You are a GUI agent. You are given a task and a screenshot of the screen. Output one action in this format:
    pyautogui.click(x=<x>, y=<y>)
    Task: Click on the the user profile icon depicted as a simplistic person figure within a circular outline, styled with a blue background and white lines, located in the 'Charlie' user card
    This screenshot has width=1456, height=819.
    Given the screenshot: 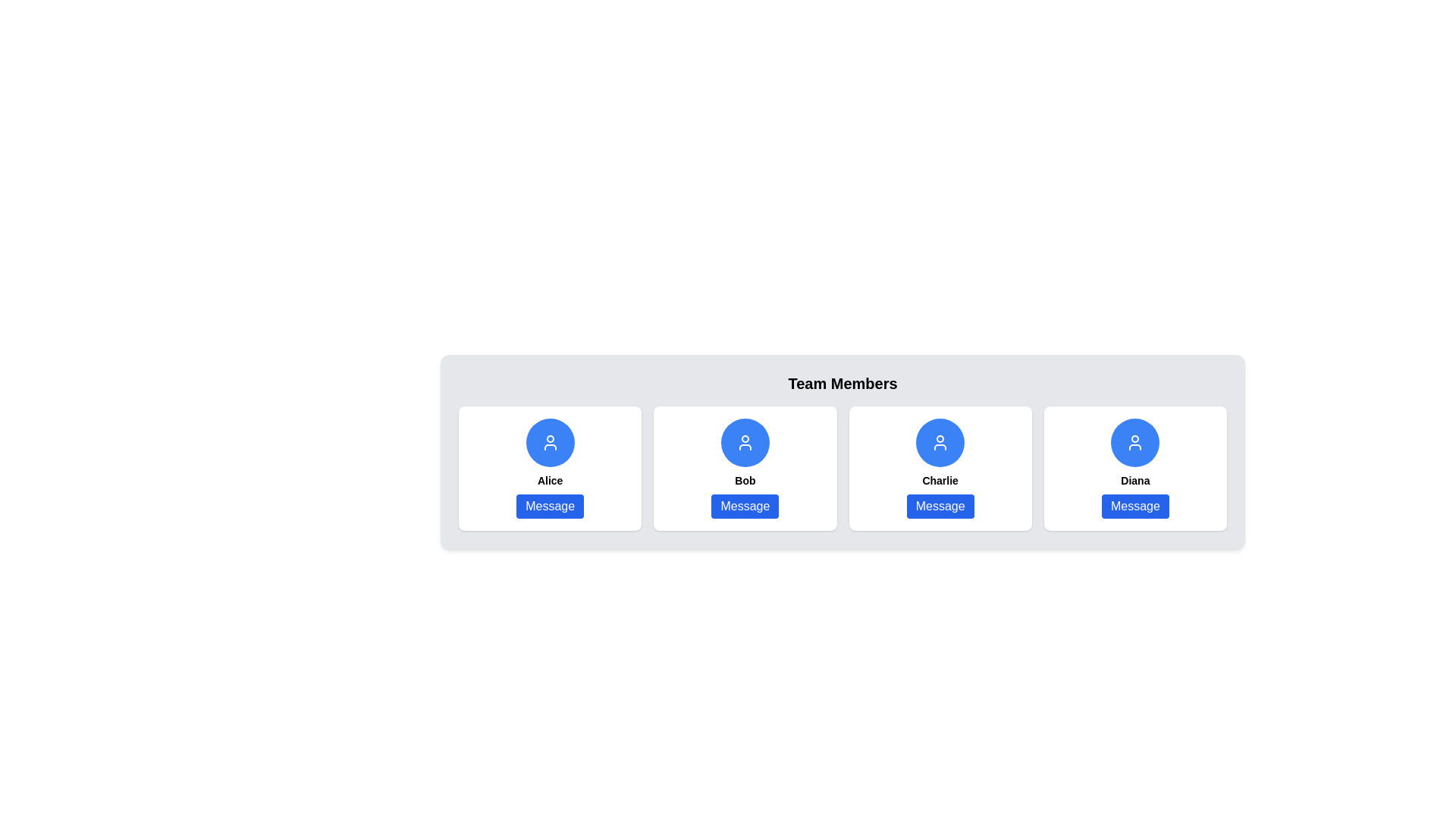 What is the action you would take?
    pyautogui.click(x=940, y=442)
    